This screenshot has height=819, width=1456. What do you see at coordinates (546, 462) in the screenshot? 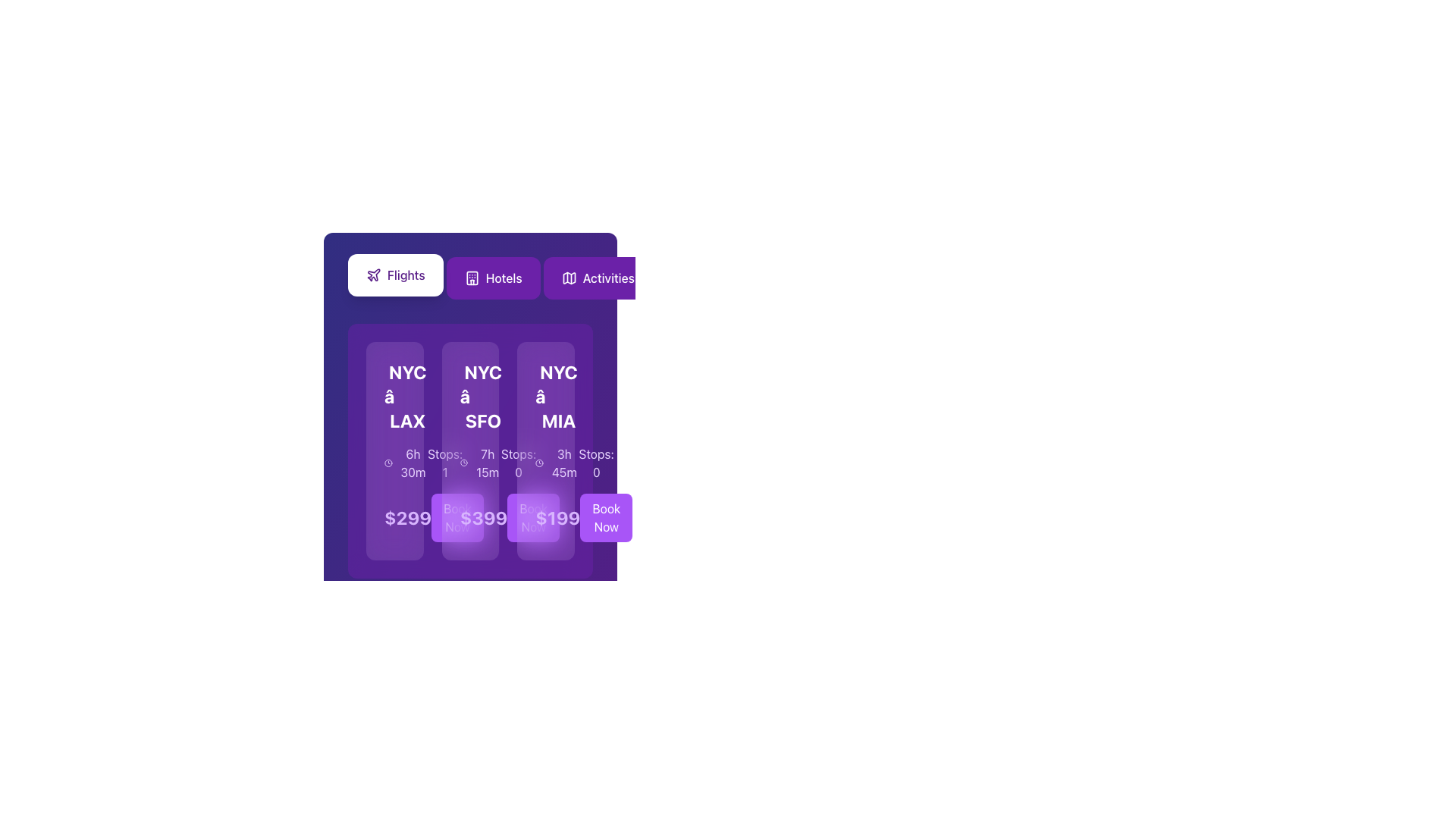
I see `the text label displaying the flight duration ('3h 45m') and the number of stops ('Stops: 0') for the flight itinerary, which is styled in light purple and located below the flight route text ('NYC → MIA') and above the price information ('$199')` at bounding box center [546, 462].